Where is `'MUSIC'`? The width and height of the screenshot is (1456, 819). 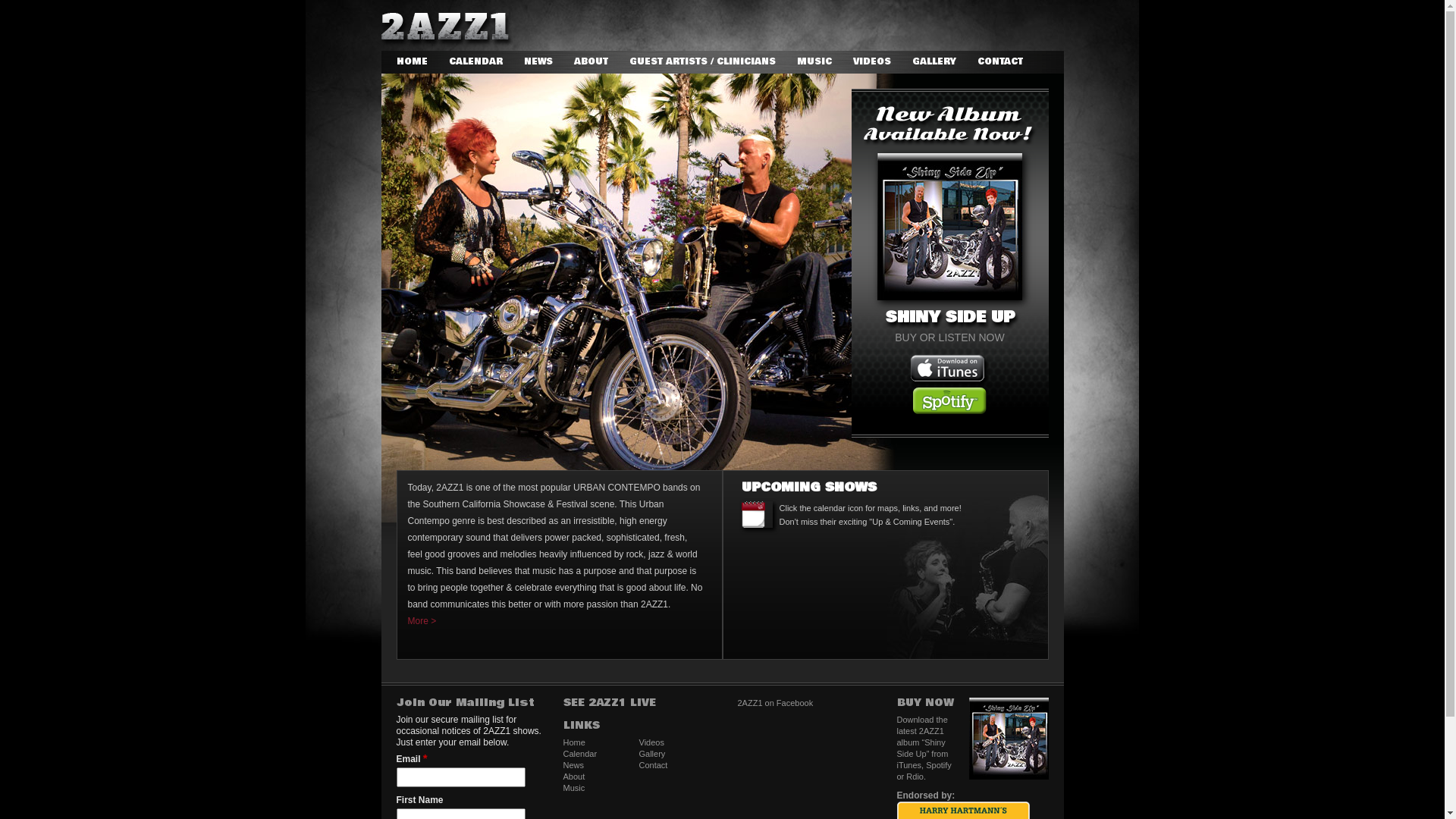 'MUSIC' is located at coordinates (813, 61).